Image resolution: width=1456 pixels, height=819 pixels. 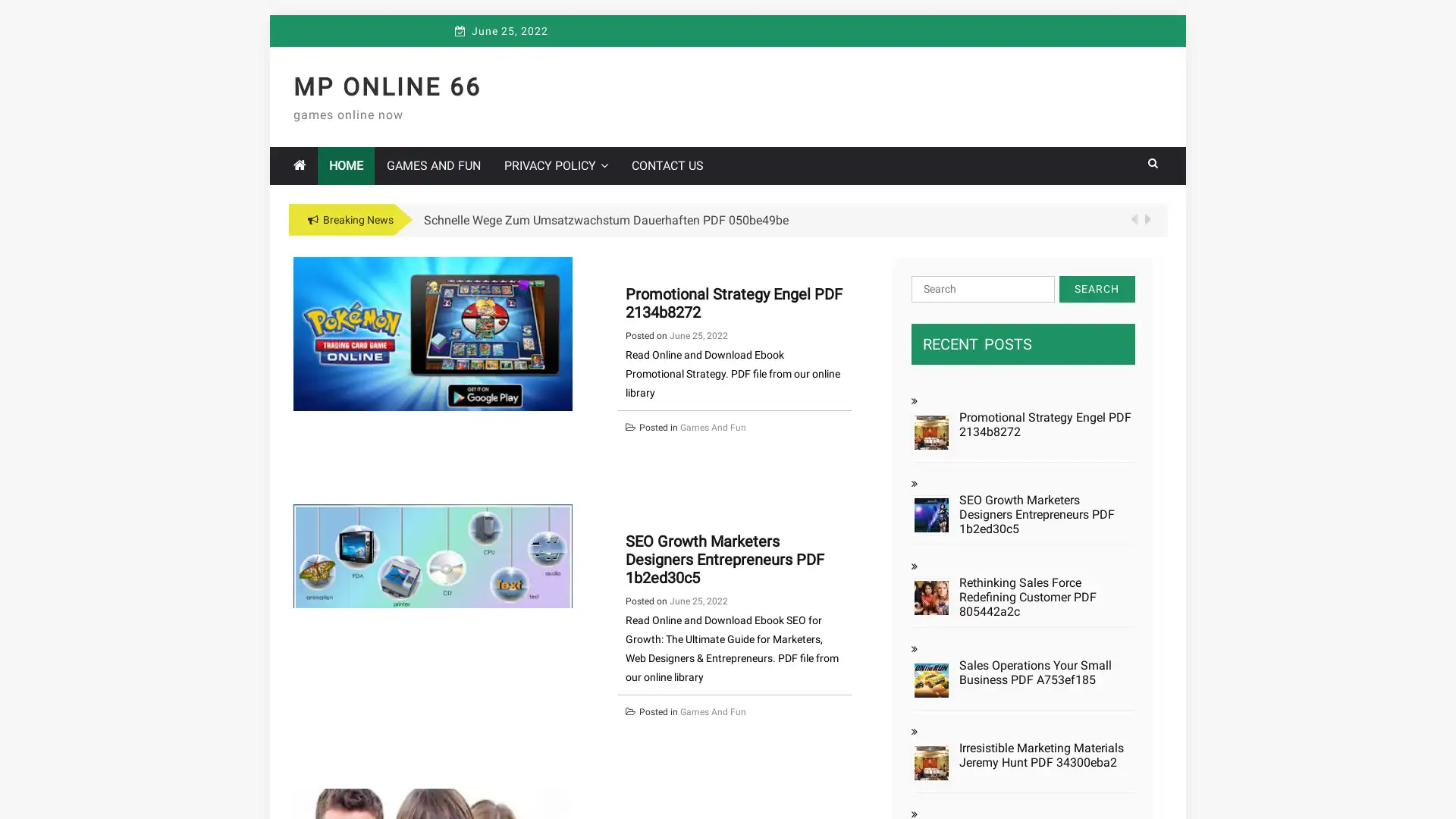 I want to click on Search, so click(x=1096, y=288).